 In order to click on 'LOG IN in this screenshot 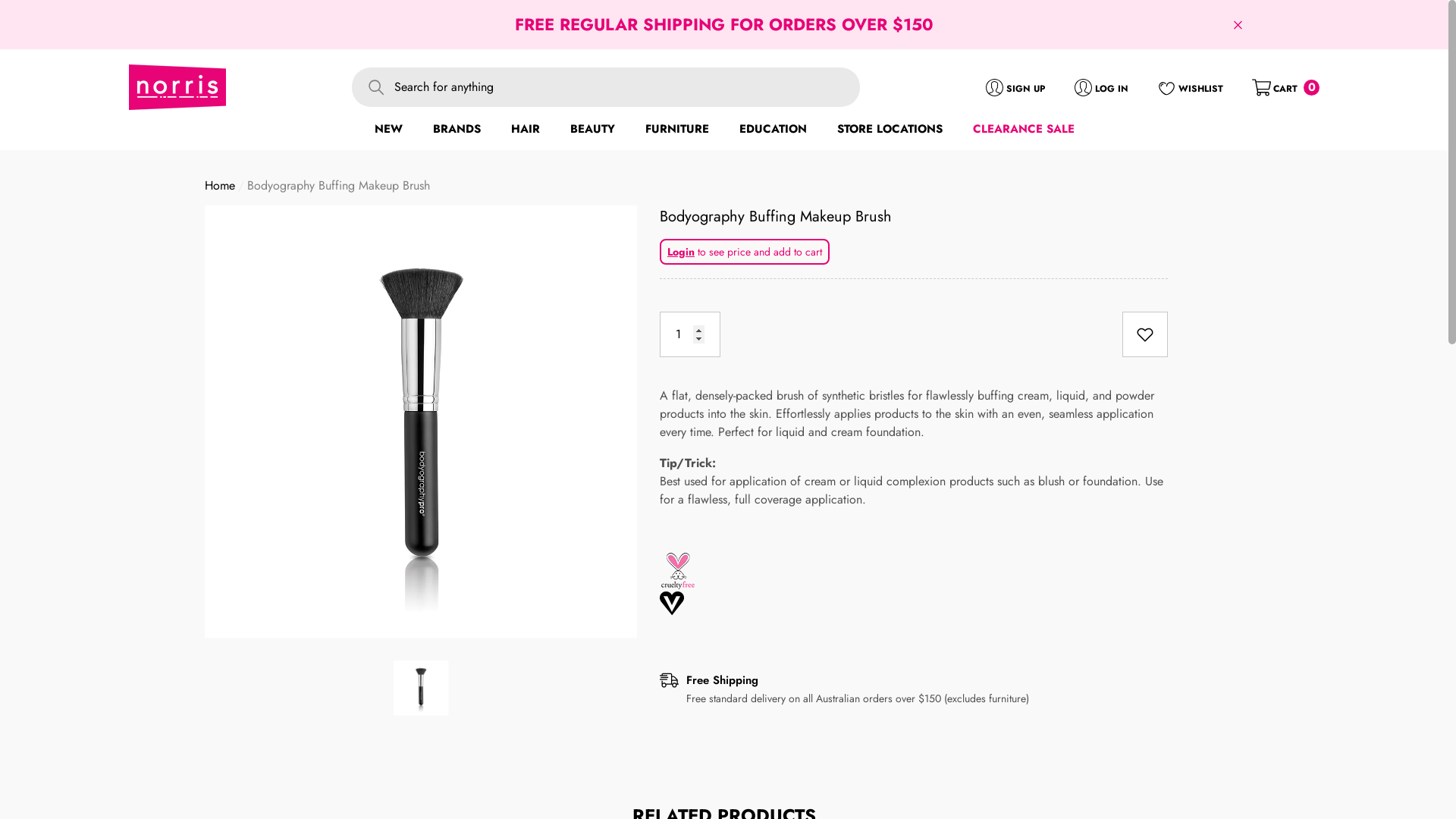, I will do `click(1101, 86)`.